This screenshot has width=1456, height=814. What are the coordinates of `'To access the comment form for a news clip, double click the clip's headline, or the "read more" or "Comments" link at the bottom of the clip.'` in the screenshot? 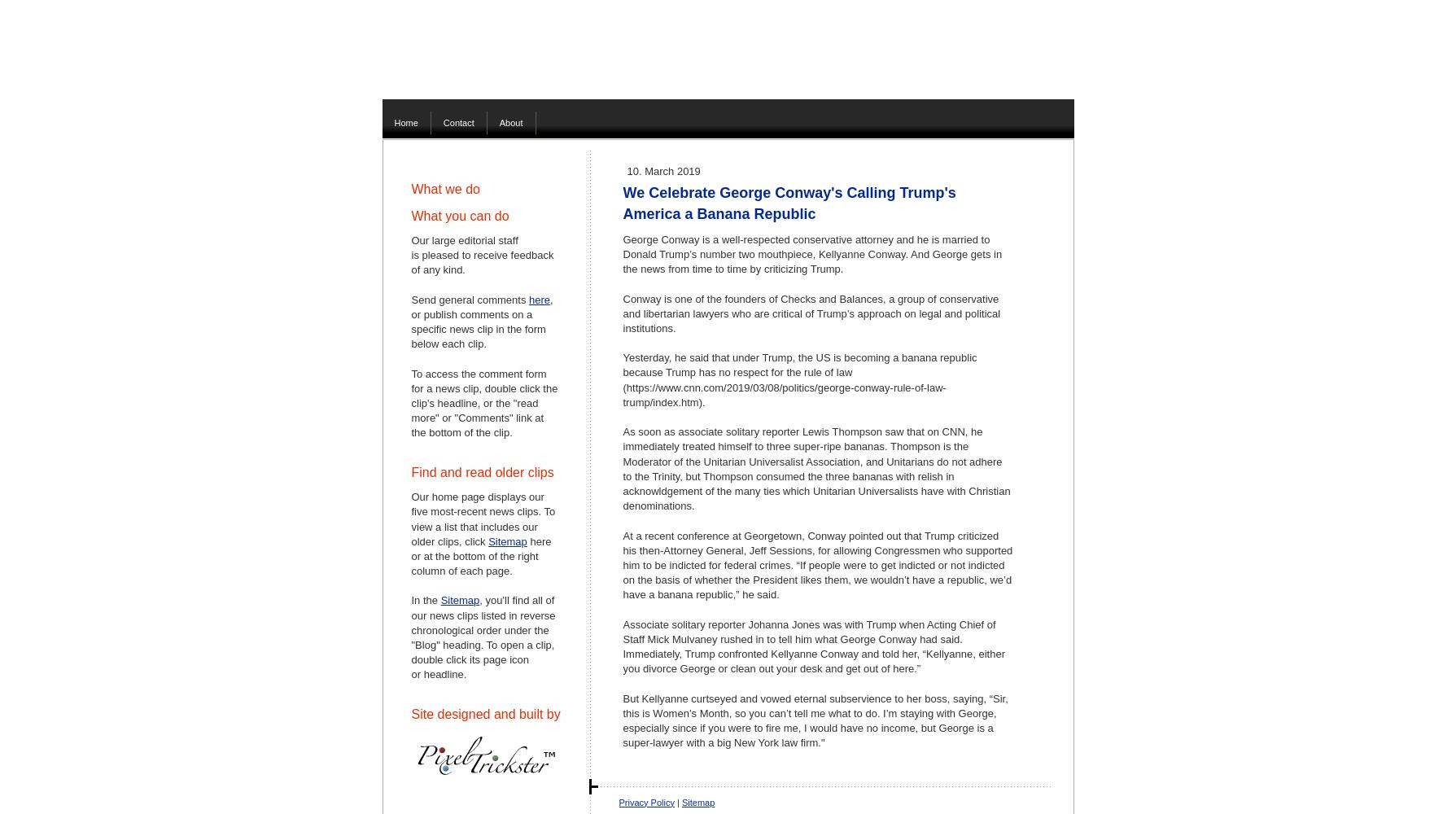 It's located at (483, 402).